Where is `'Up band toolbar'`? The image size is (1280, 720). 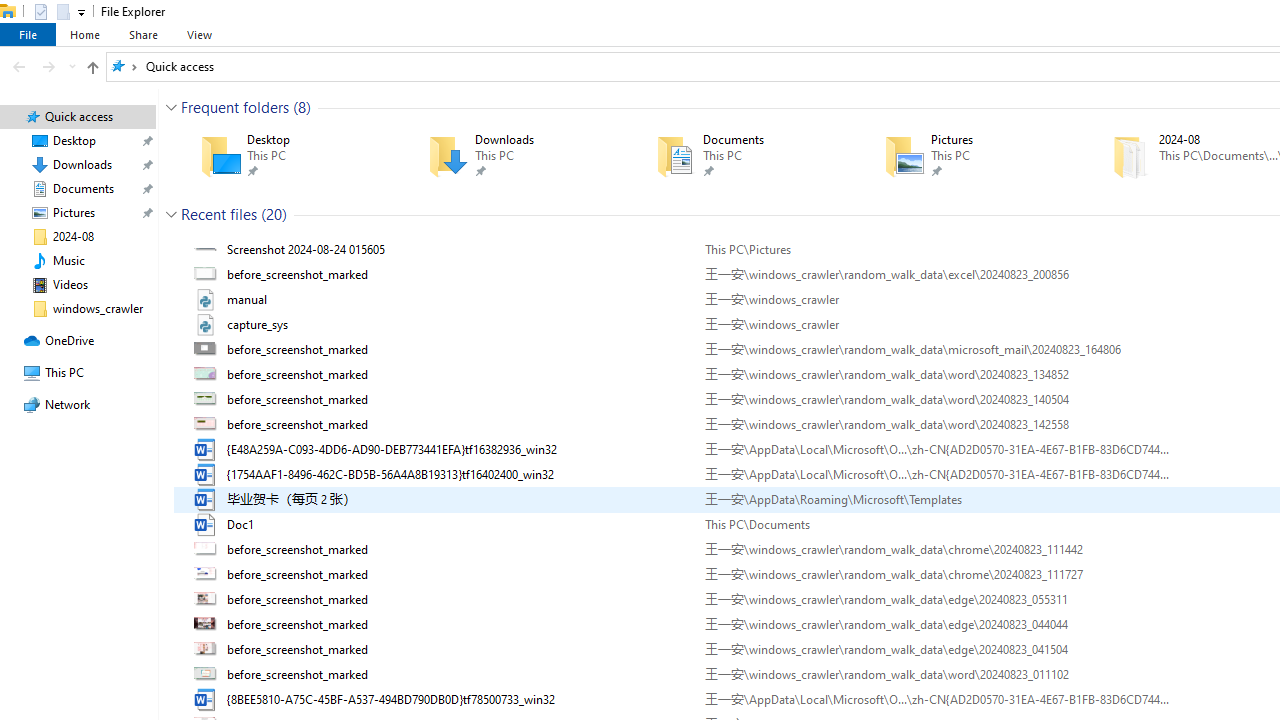 'Up band toolbar' is located at coordinates (91, 69).